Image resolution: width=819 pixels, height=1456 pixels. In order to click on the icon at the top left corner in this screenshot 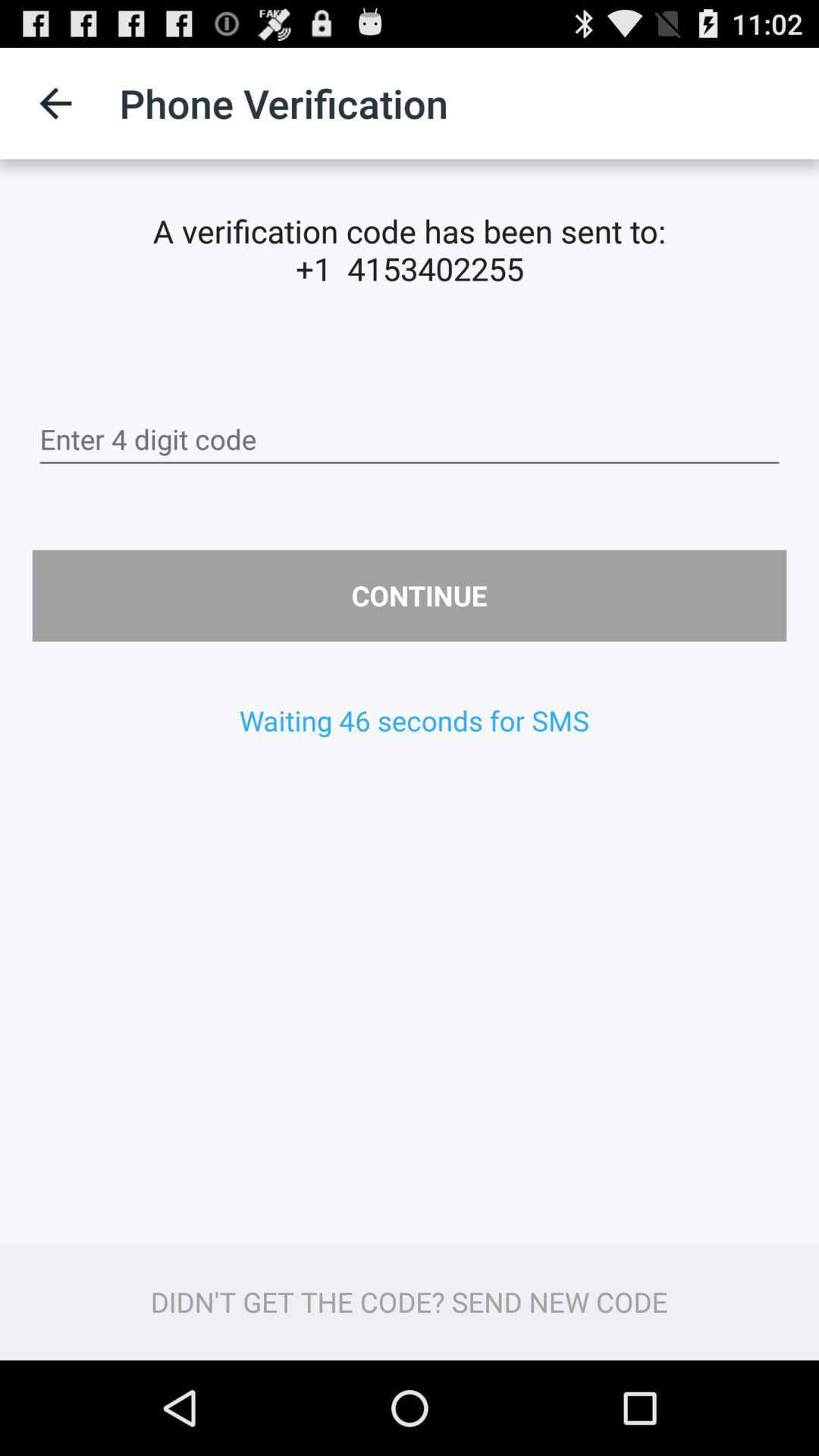, I will do `click(55, 102)`.